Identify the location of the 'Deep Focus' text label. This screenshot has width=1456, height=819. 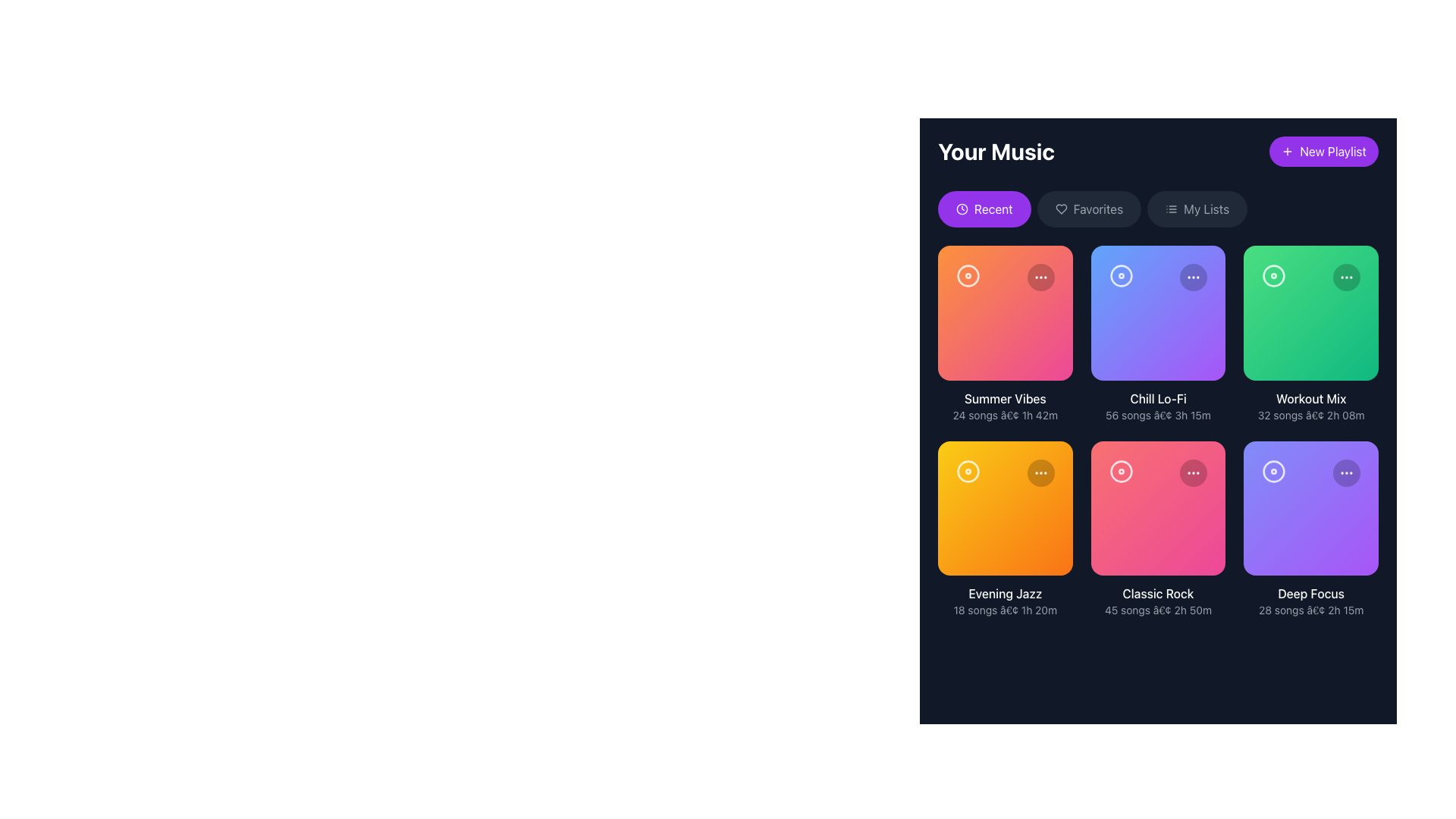
(1310, 593).